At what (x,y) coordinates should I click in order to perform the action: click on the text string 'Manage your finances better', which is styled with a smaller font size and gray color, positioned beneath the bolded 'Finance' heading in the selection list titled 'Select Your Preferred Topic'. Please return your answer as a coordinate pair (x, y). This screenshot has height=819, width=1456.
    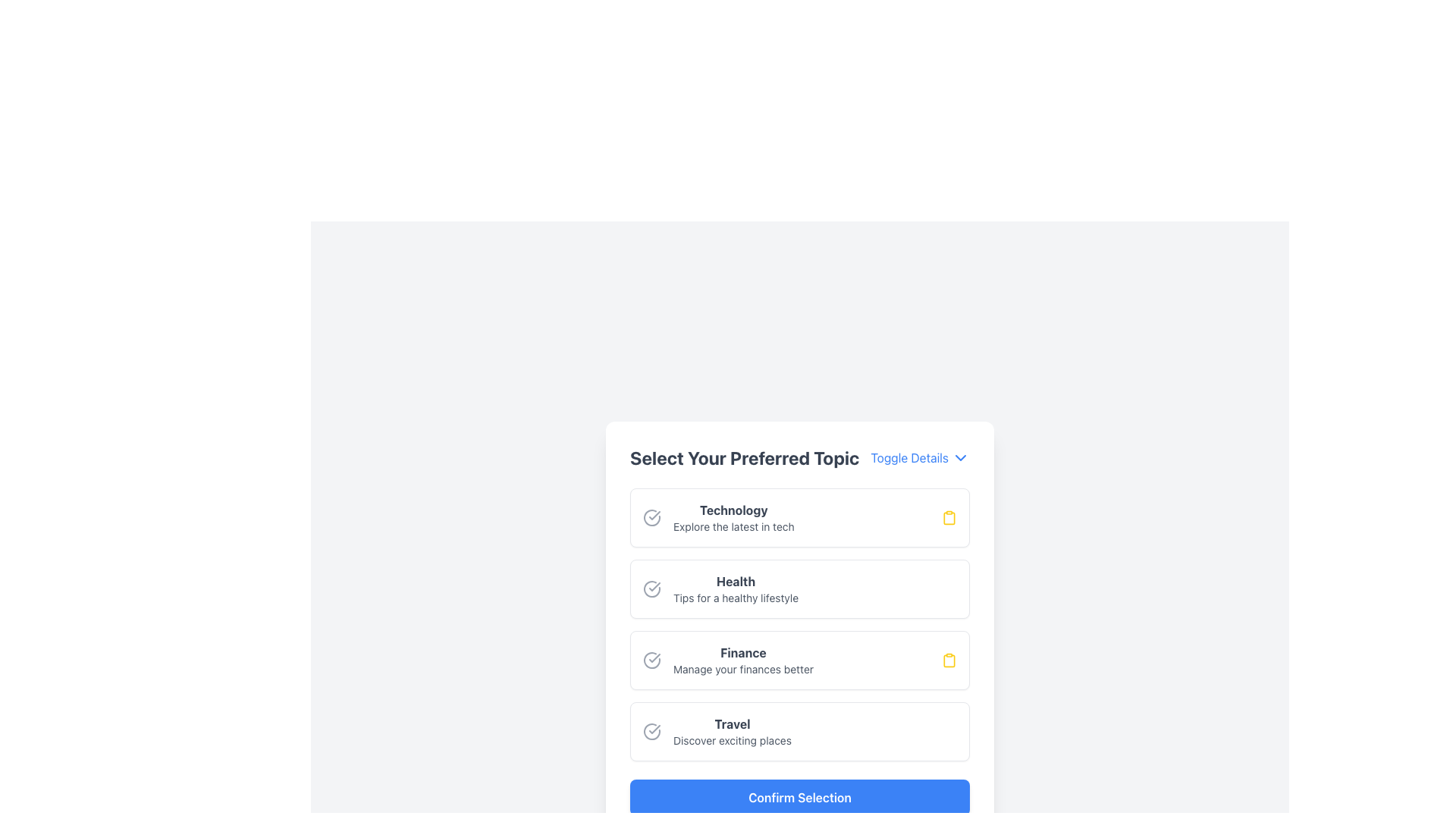
    Looking at the image, I should click on (743, 669).